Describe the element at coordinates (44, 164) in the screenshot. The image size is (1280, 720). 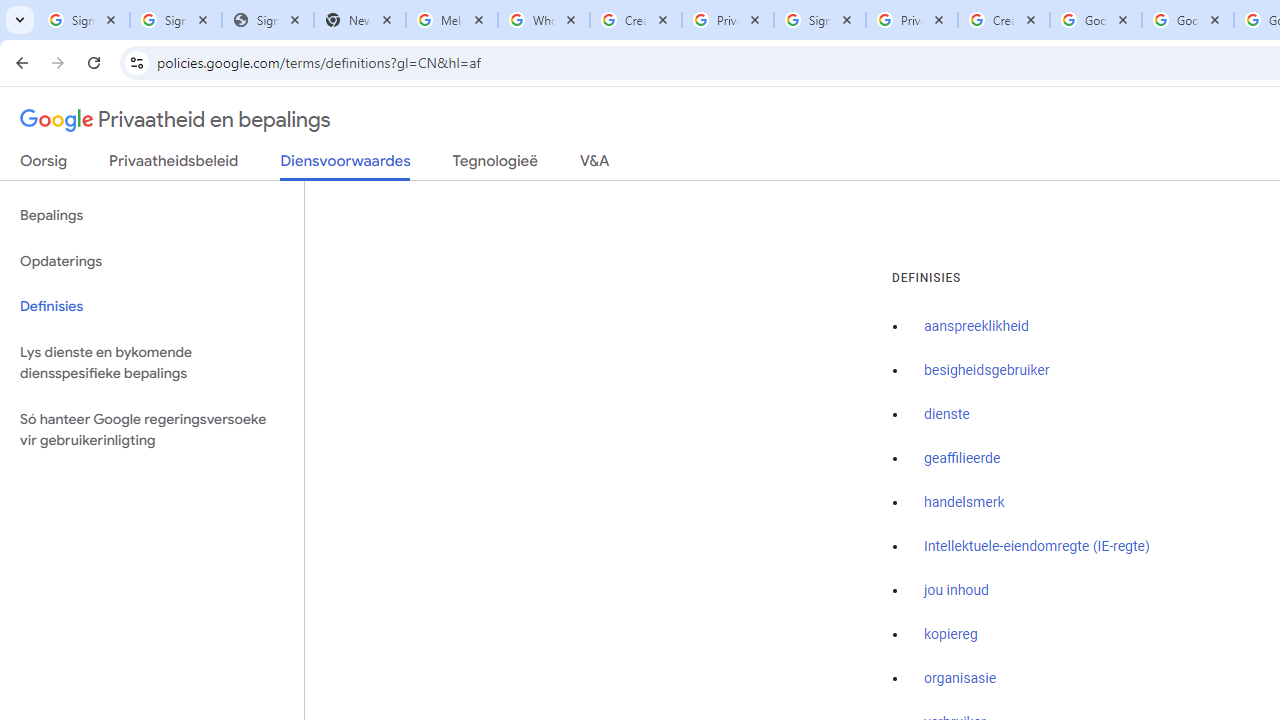
I see `'Oorsig'` at that location.